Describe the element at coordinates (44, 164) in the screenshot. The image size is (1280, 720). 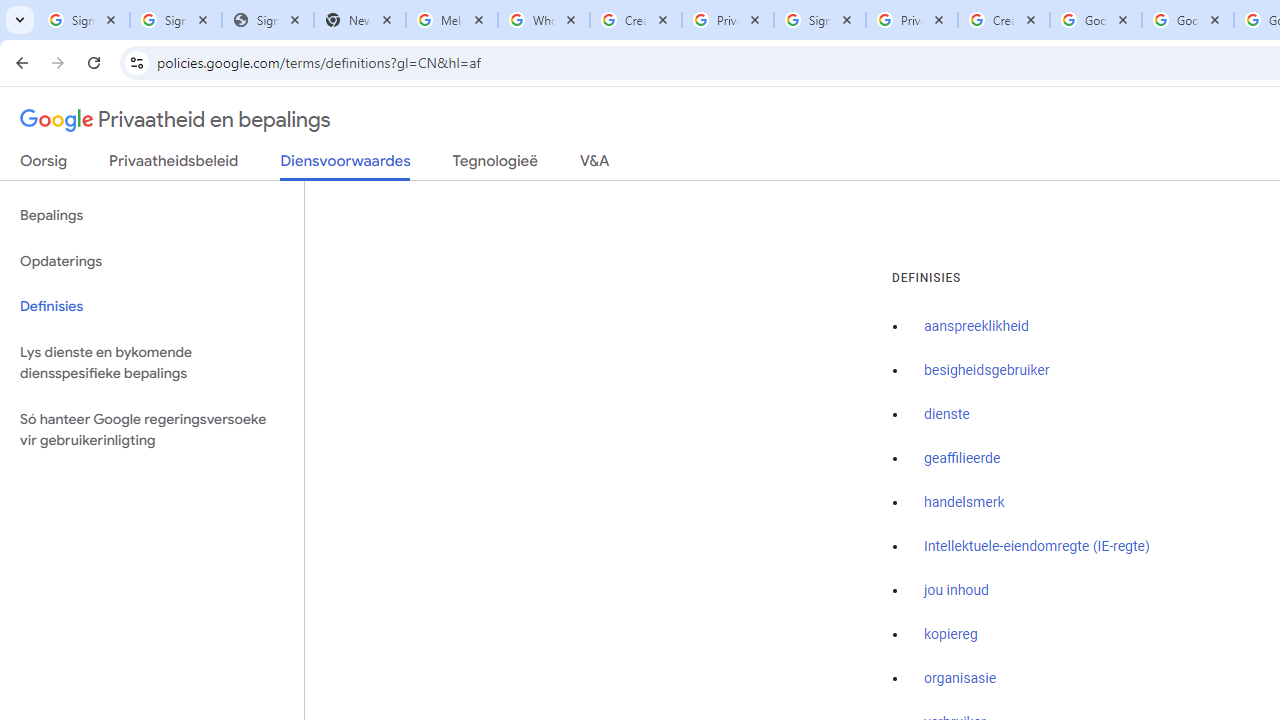
I see `'Oorsig'` at that location.